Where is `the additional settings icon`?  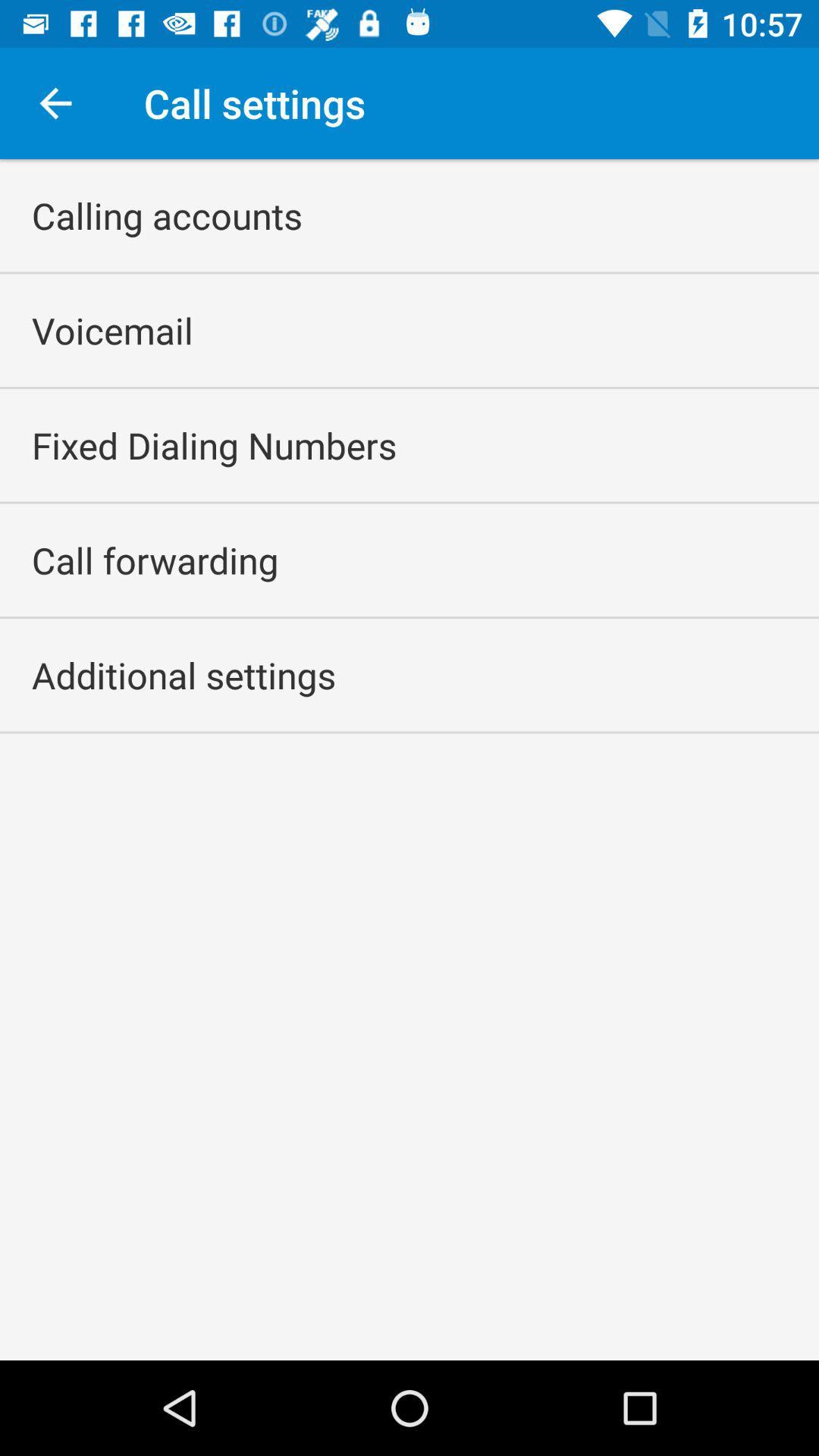 the additional settings icon is located at coordinates (183, 674).